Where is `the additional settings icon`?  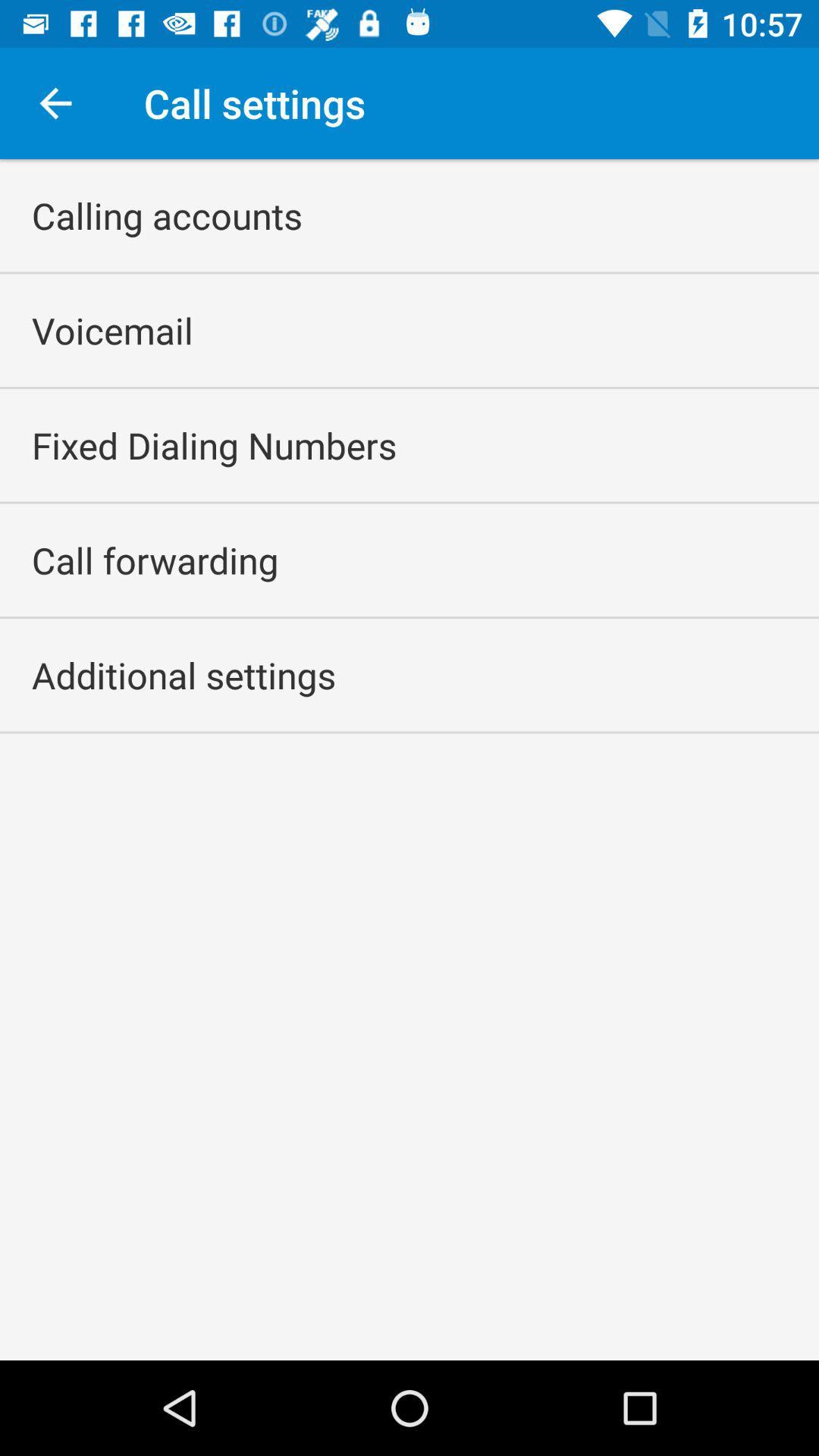 the additional settings icon is located at coordinates (183, 674).